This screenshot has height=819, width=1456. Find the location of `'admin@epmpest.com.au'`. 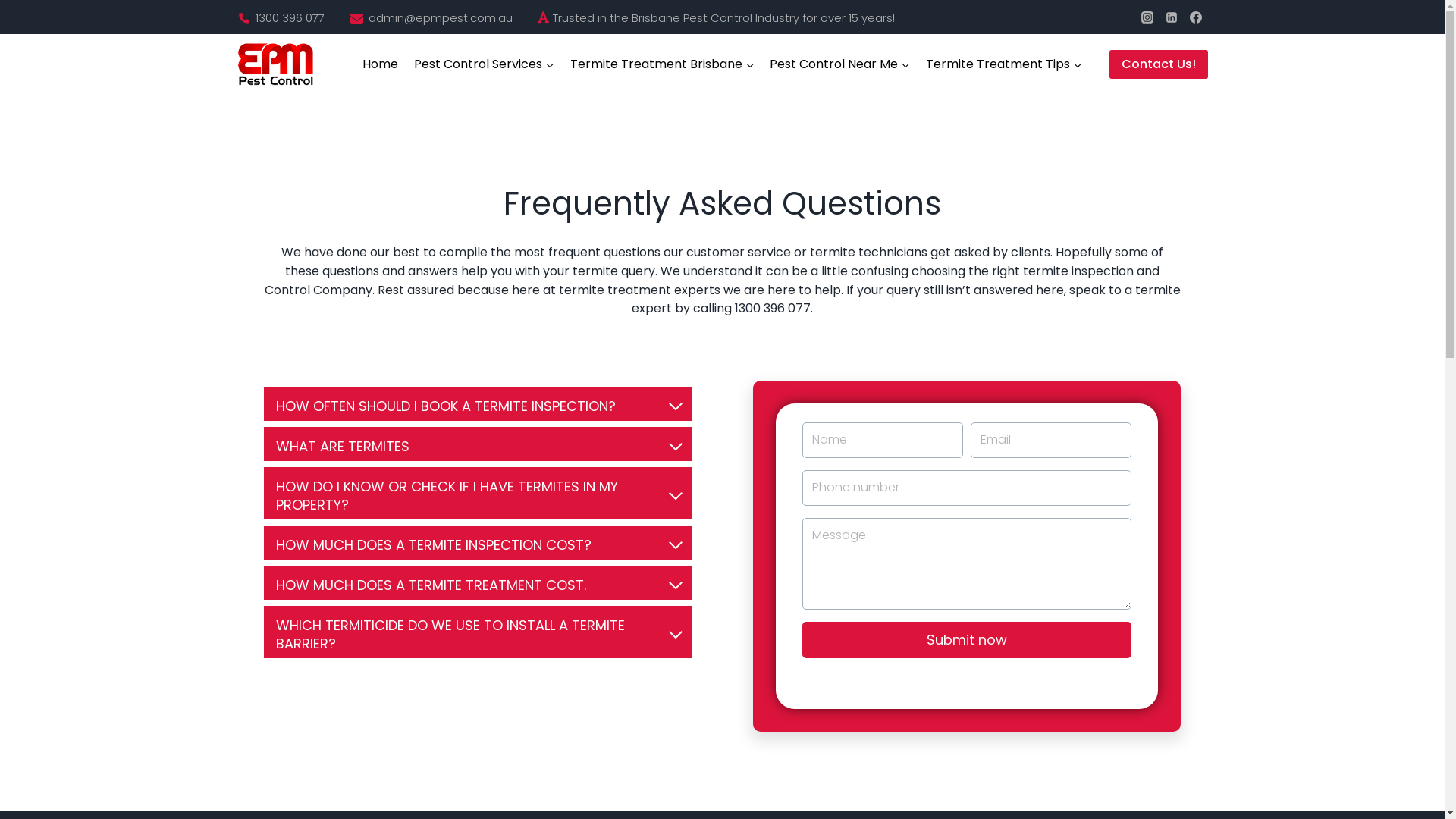

'admin@epmpest.com.au' is located at coordinates (439, 17).